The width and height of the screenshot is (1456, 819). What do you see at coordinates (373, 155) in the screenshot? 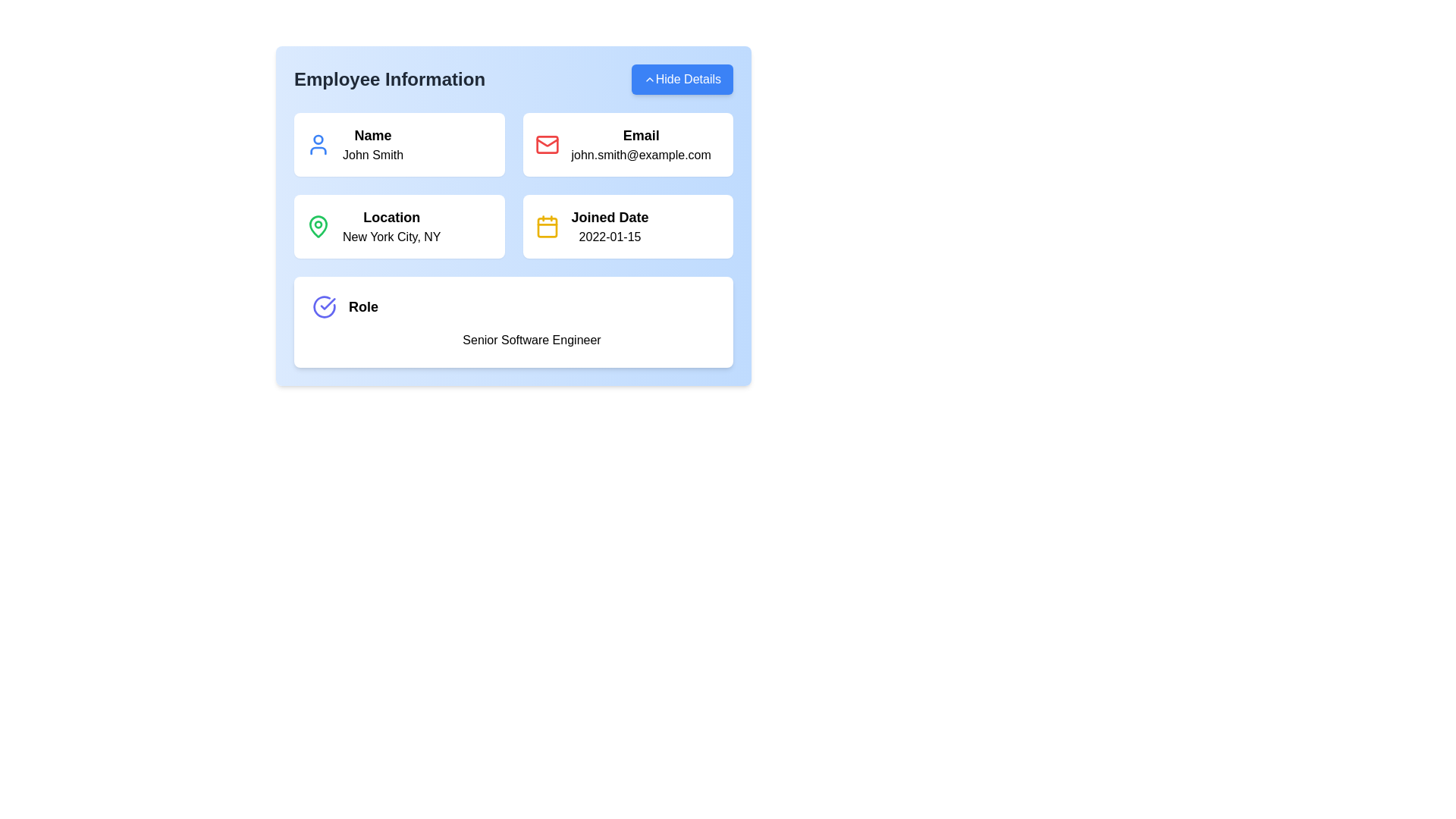
I see `the static text displaying 'John Smith' located under the title 'Name' in the 'Employee Information' section` at bounding box center [373, 155].